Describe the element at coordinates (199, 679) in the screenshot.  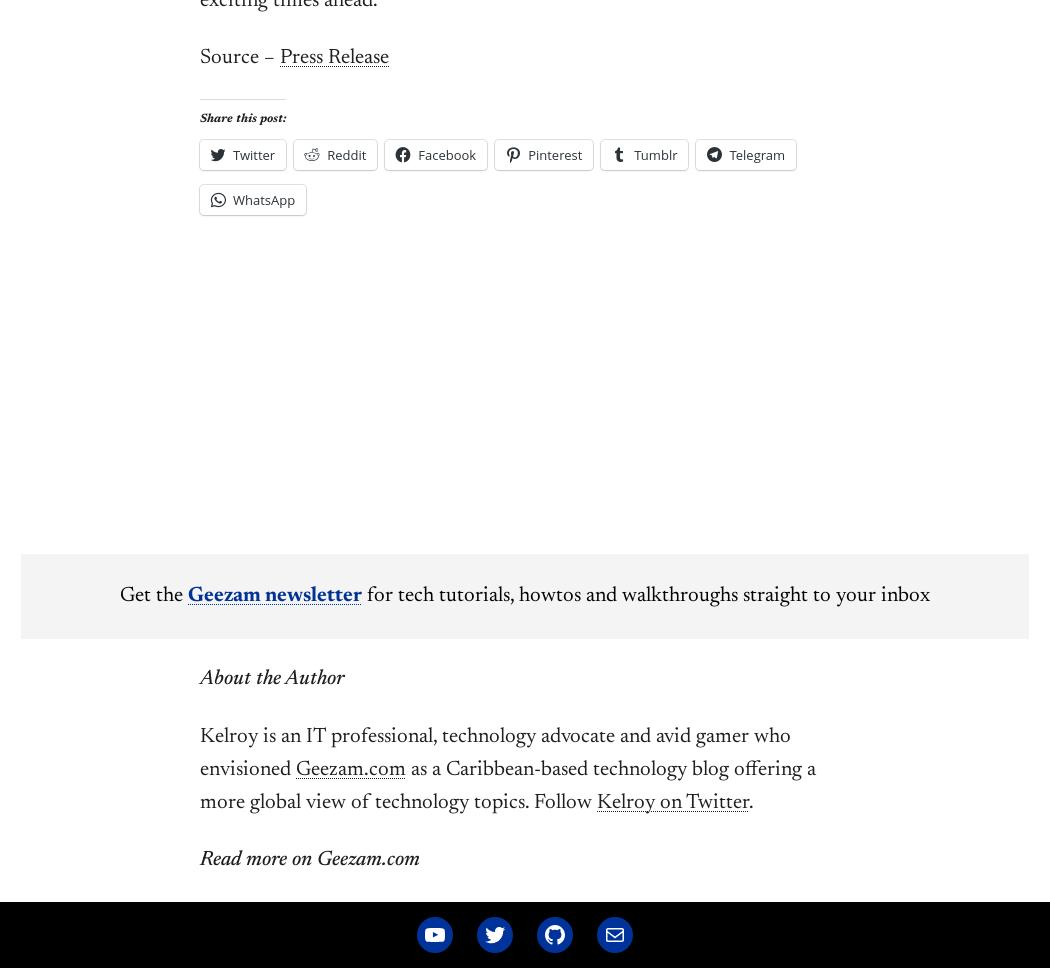
I see `'About the Author'` at that location.